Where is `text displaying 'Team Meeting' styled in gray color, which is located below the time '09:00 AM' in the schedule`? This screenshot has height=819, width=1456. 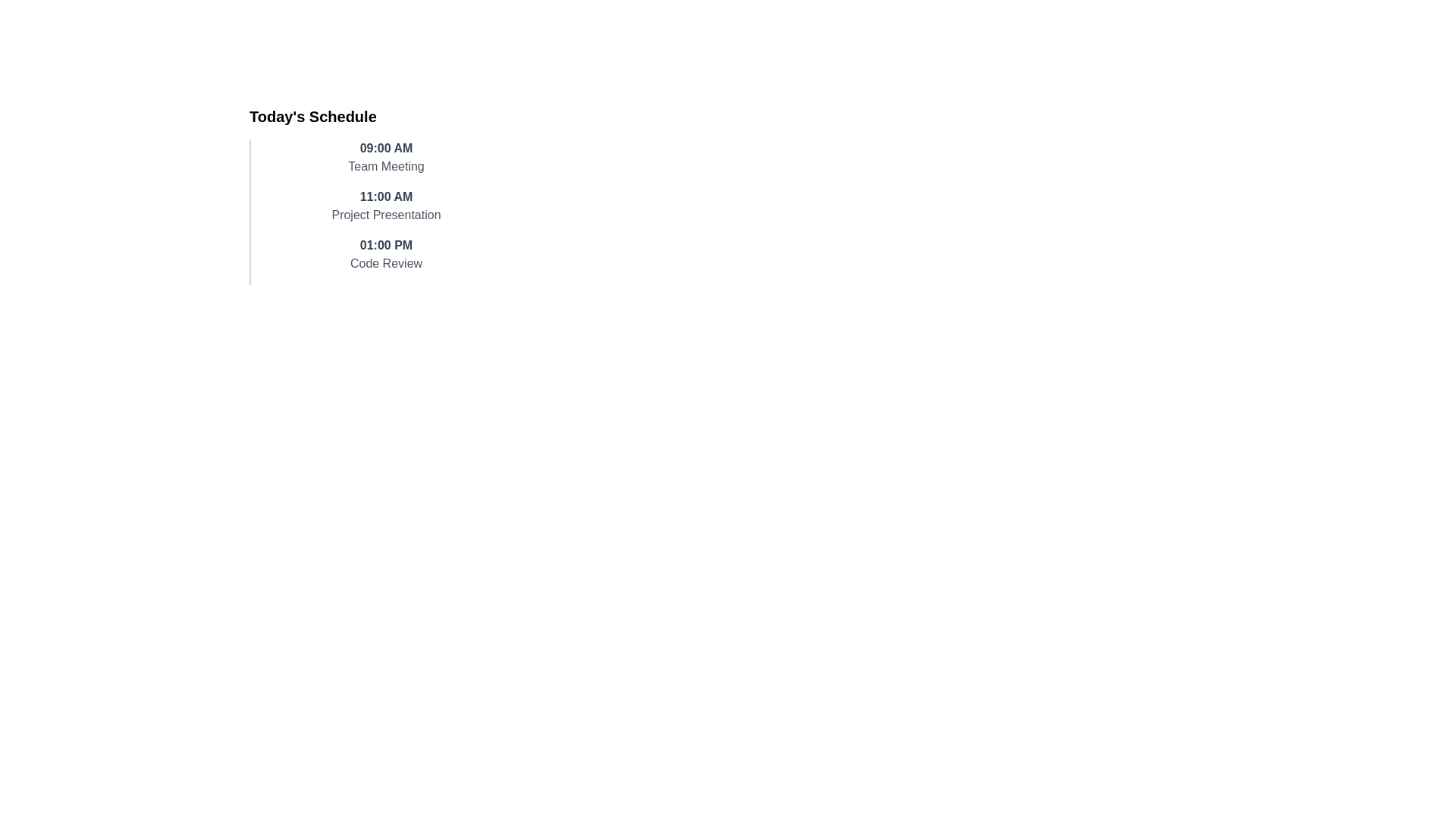 text displaying 'Team Meeting' styled in gray color, which is located below the time '09:00 AM' in the schedule is located at coordinates (386, 166).